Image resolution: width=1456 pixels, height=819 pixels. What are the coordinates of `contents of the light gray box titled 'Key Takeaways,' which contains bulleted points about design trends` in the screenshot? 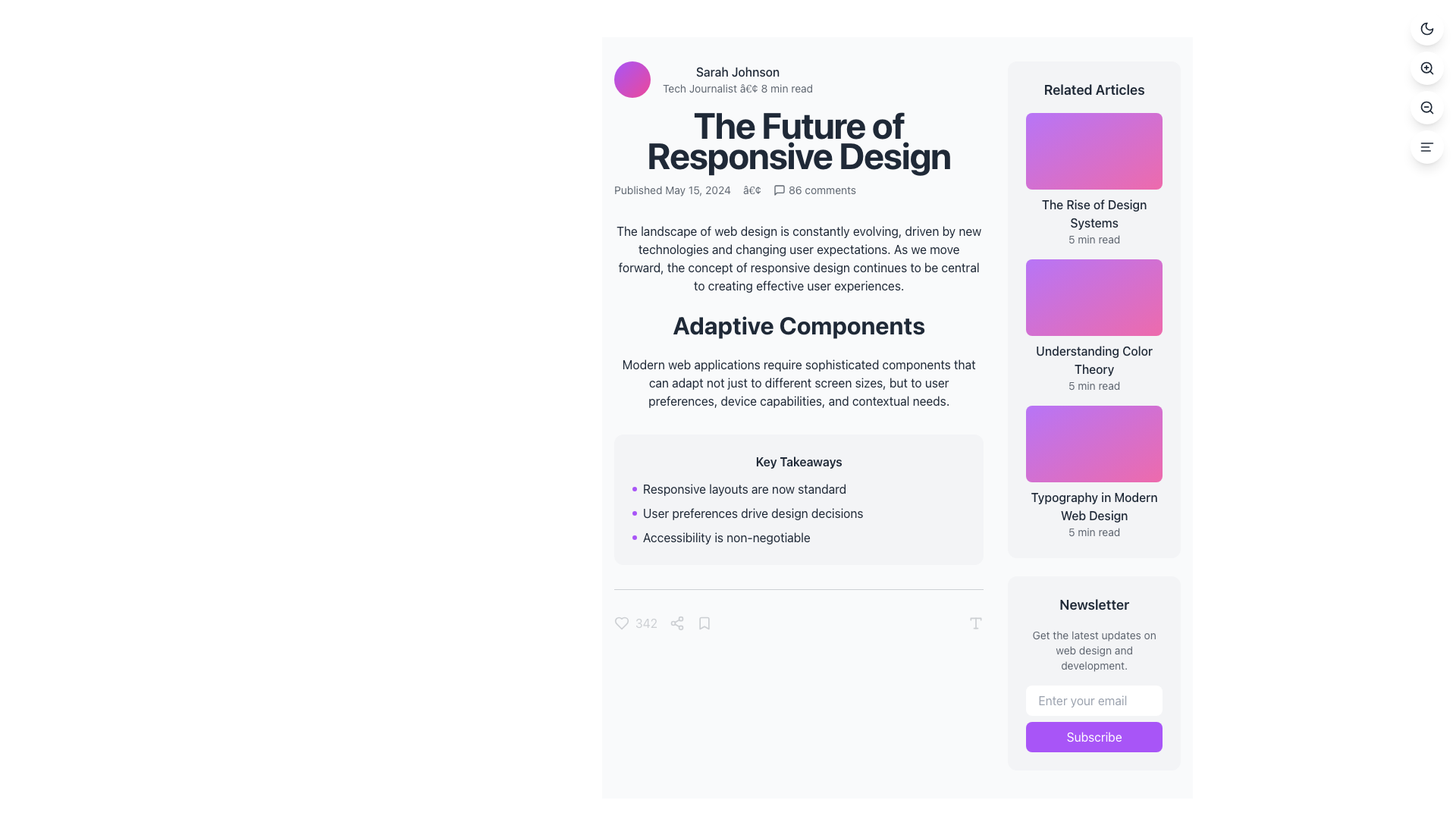 It's located at (798, 500).